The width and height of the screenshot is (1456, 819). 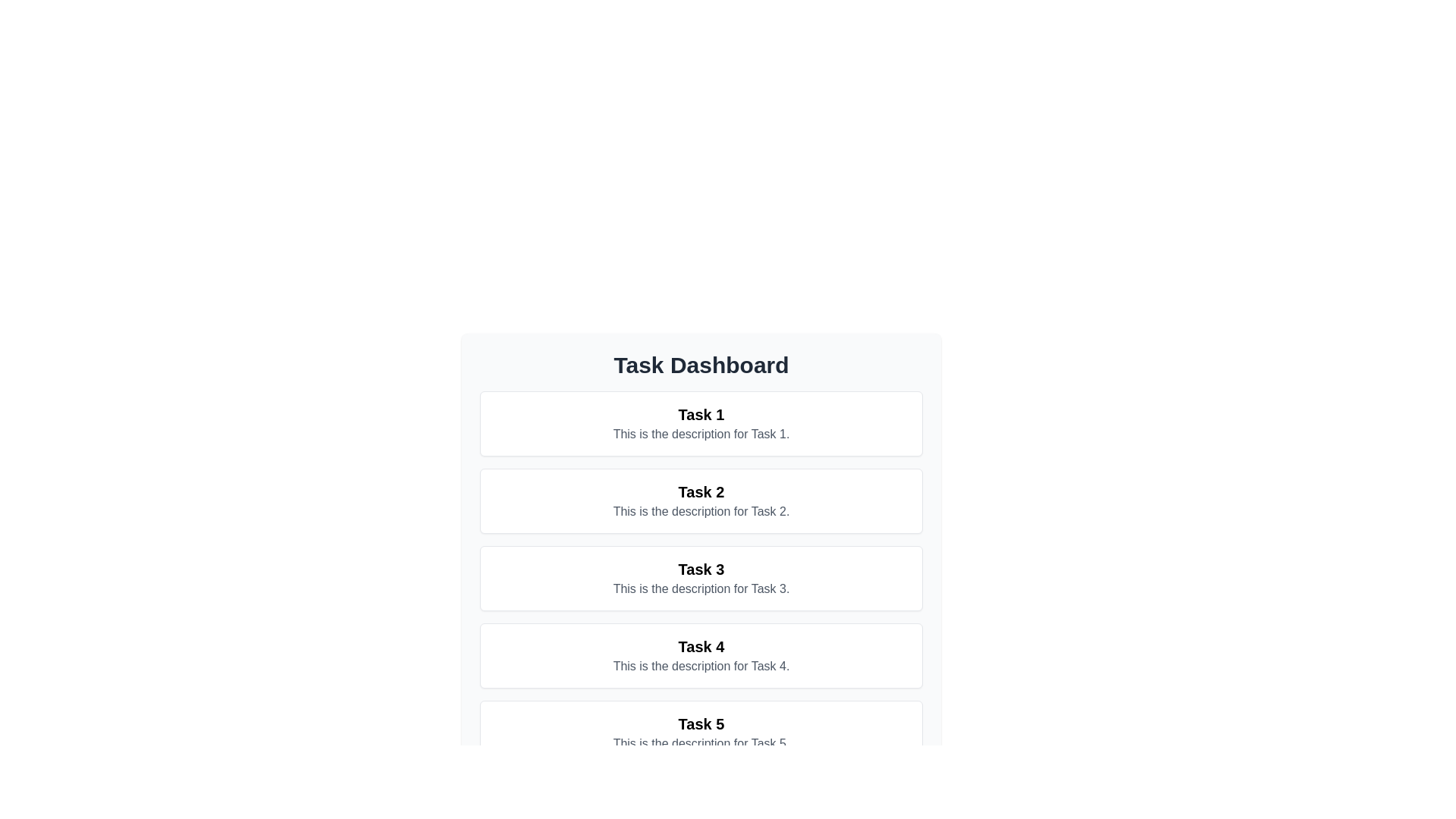 I want to click on the Information card presenting details about 'Task 1', which is the first item in a vertical list of similar cards, so click(x=701, y=424).